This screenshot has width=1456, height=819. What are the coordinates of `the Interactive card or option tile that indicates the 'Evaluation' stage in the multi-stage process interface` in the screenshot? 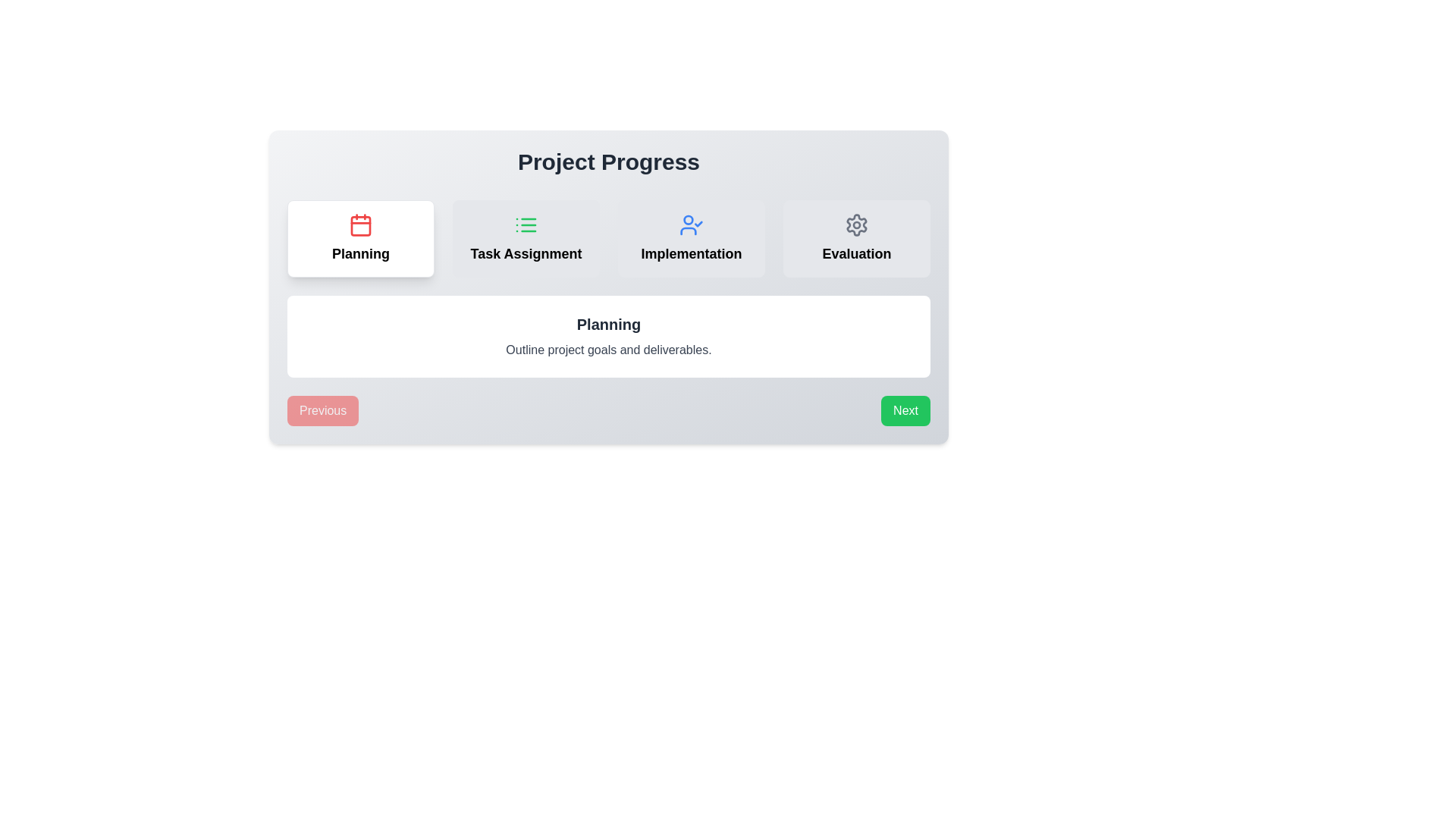 It's located at (856, 239).